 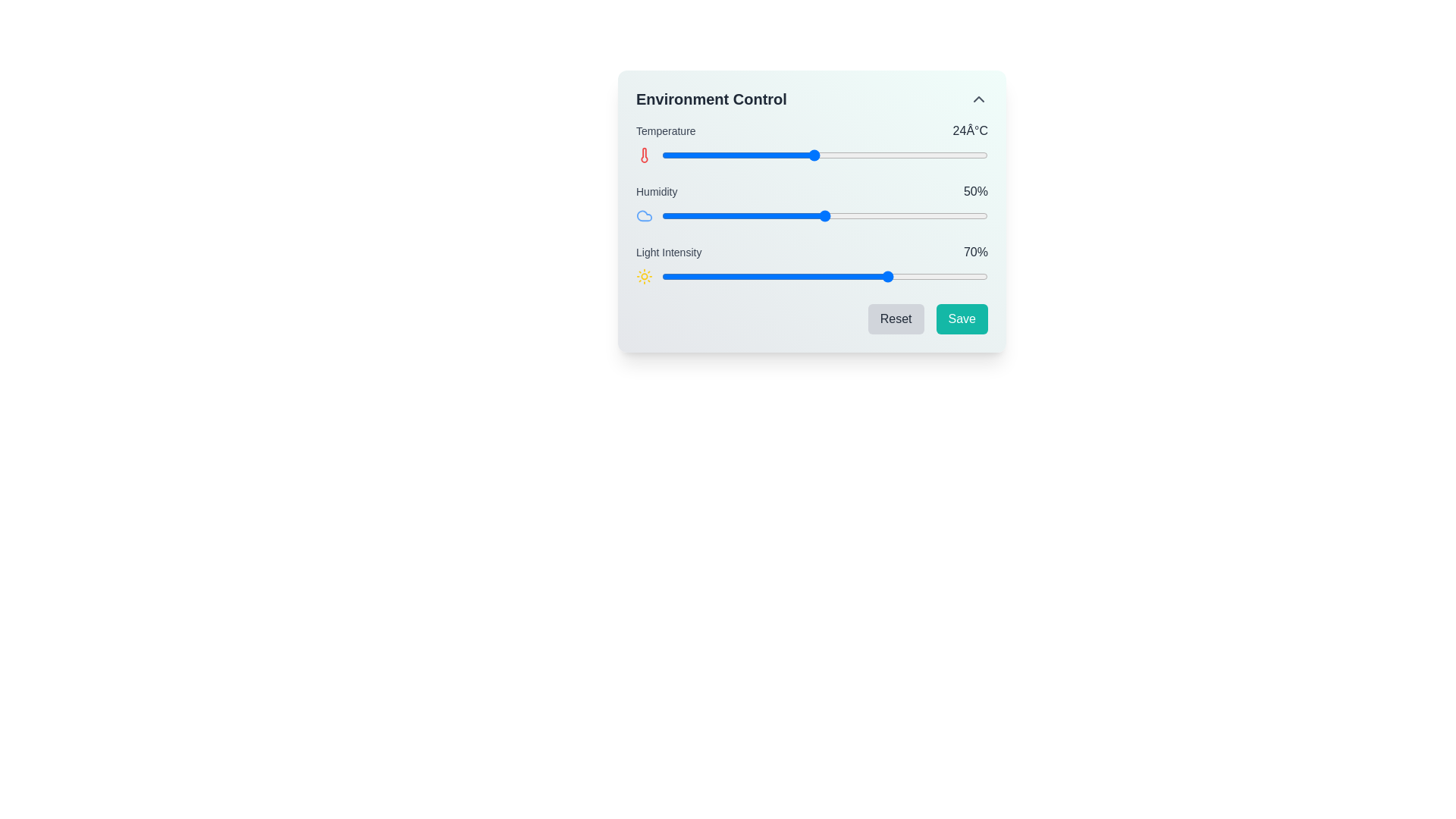 What do you see at coordinates (854, 277) in the screenshot?
I see `the Light Intensity slider` at bounding box center [854, 277].